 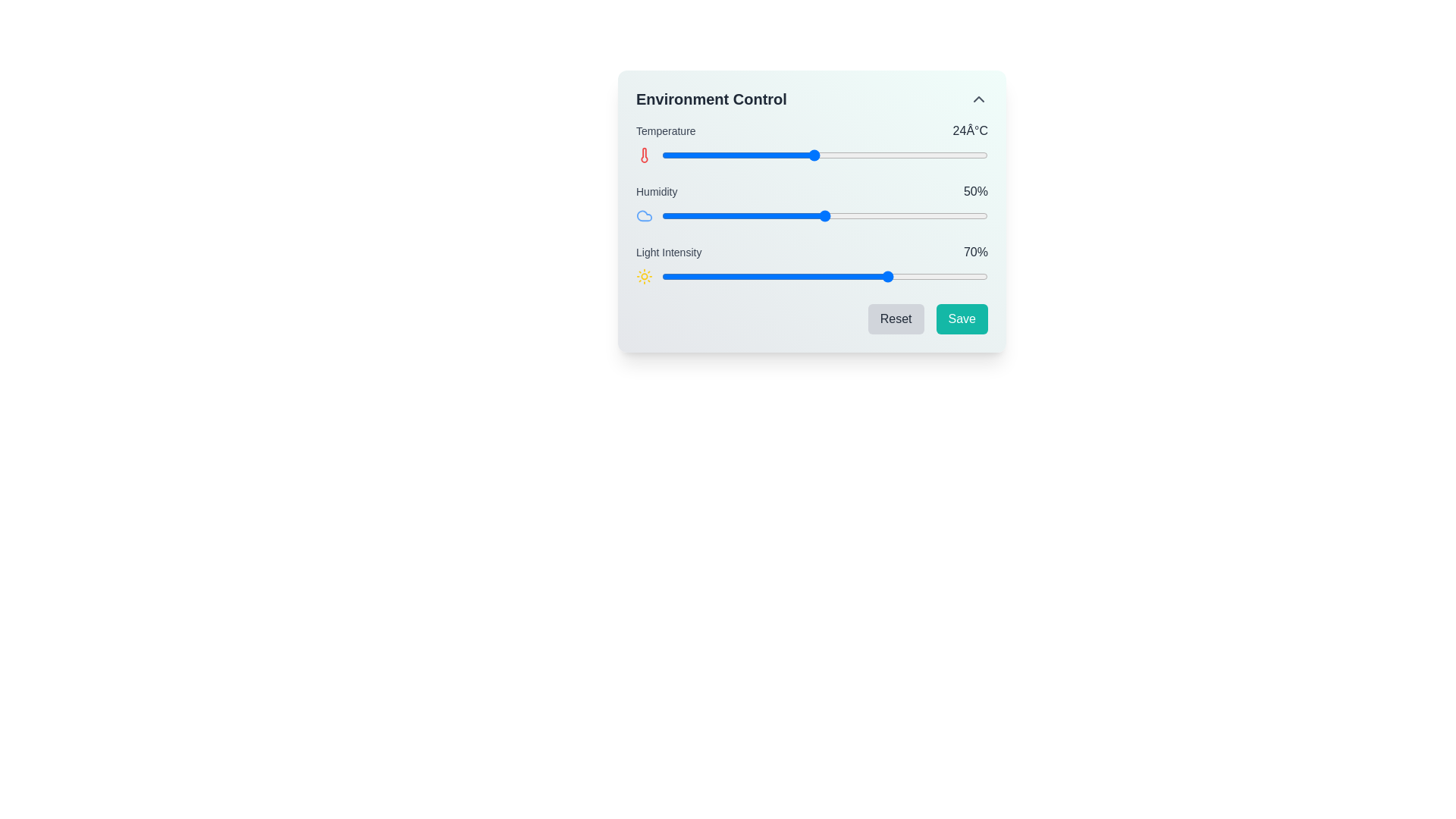 What do you see at coordinates (854, 277) in the screenshot?
I see `the Light Intensity slider` at bounding box center [854, 277].